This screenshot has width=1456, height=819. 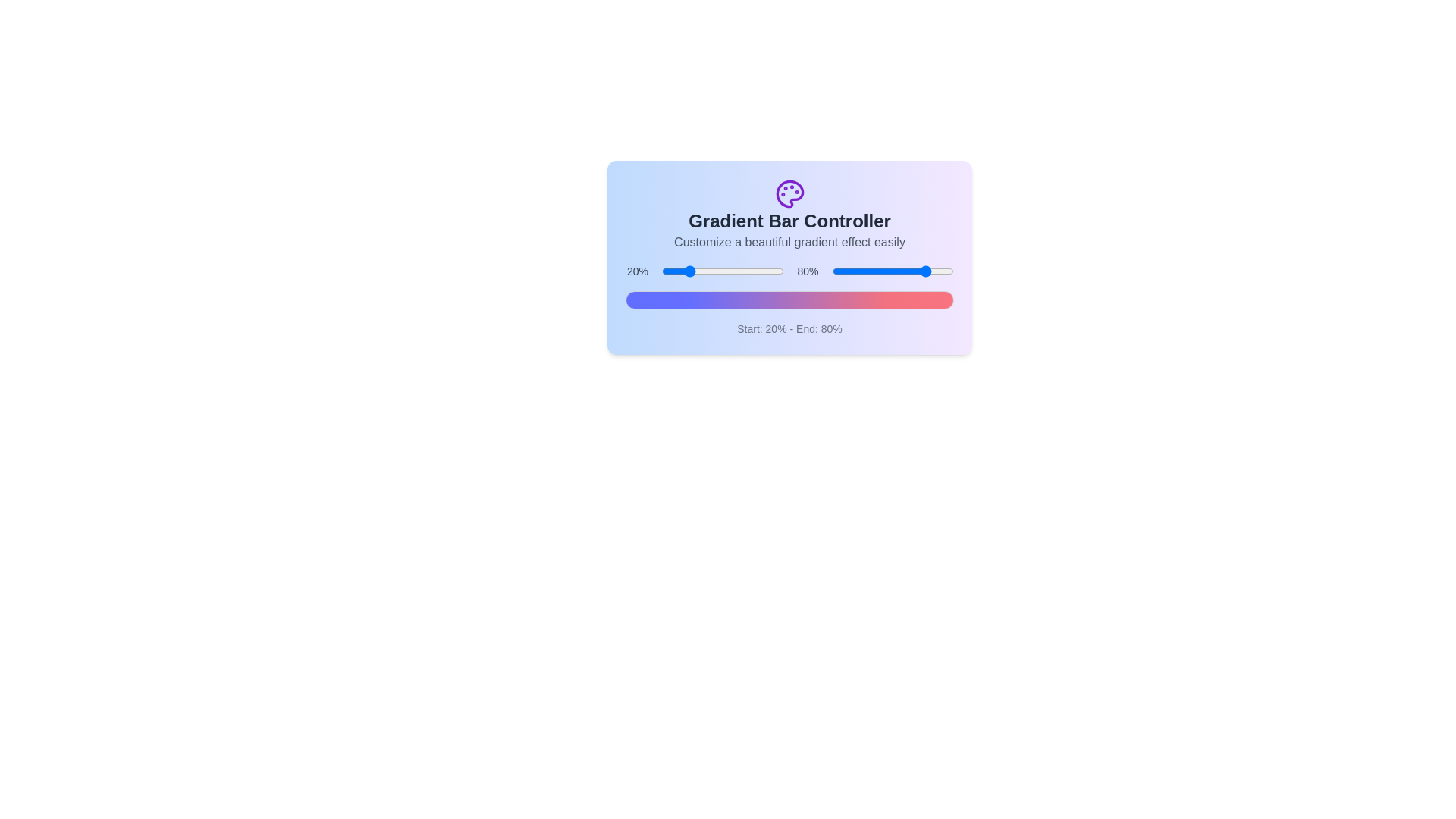 What do you see at coordinates (667, 271) in the screenshot?
I see `the start percentage slider to 5%` at bounding box center [667, 271].